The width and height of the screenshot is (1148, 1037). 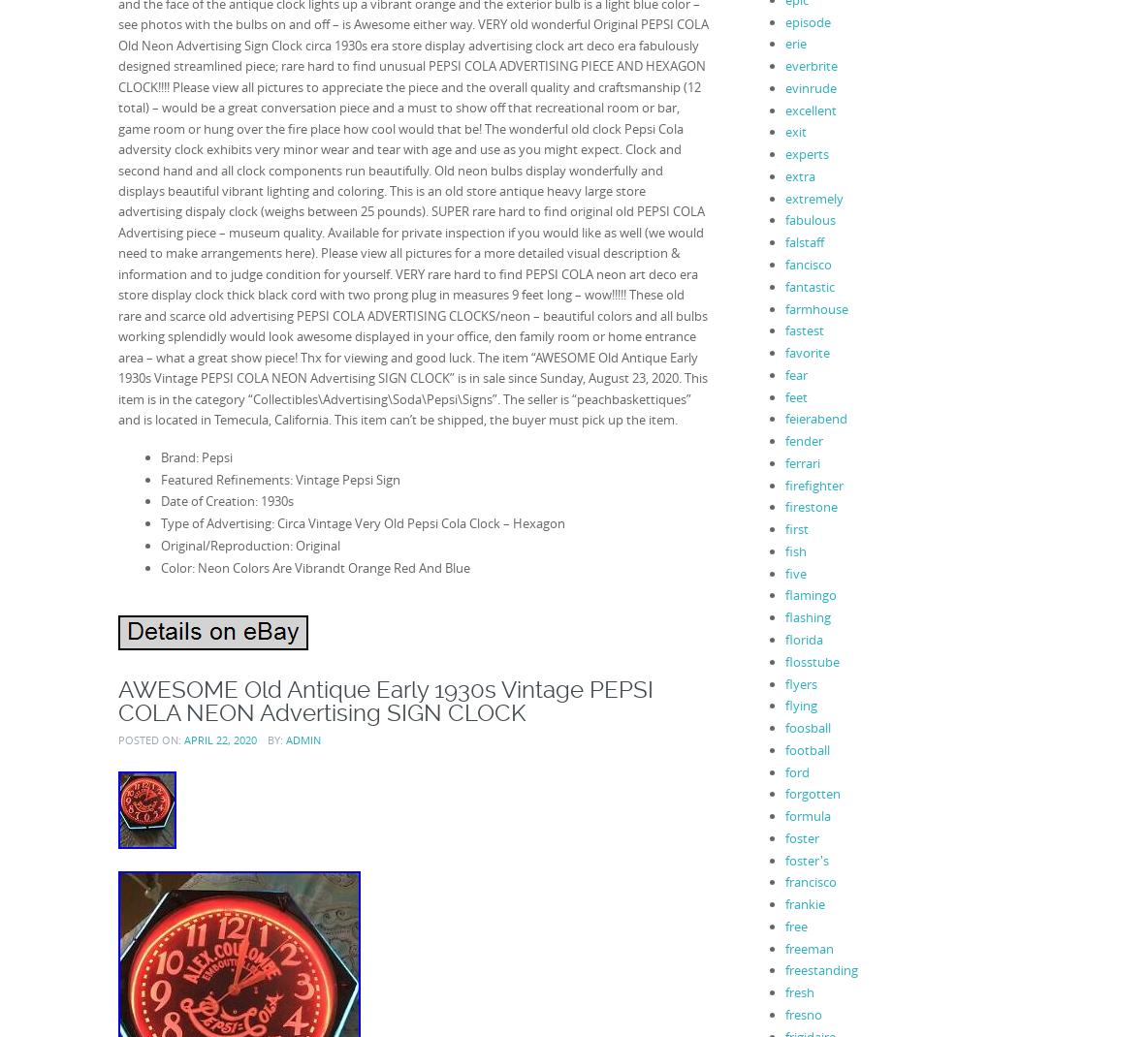 What do you see at coordinates (802, 462) in the screenshot?
I see `'ferrari'` at bounding box center [802, 462].